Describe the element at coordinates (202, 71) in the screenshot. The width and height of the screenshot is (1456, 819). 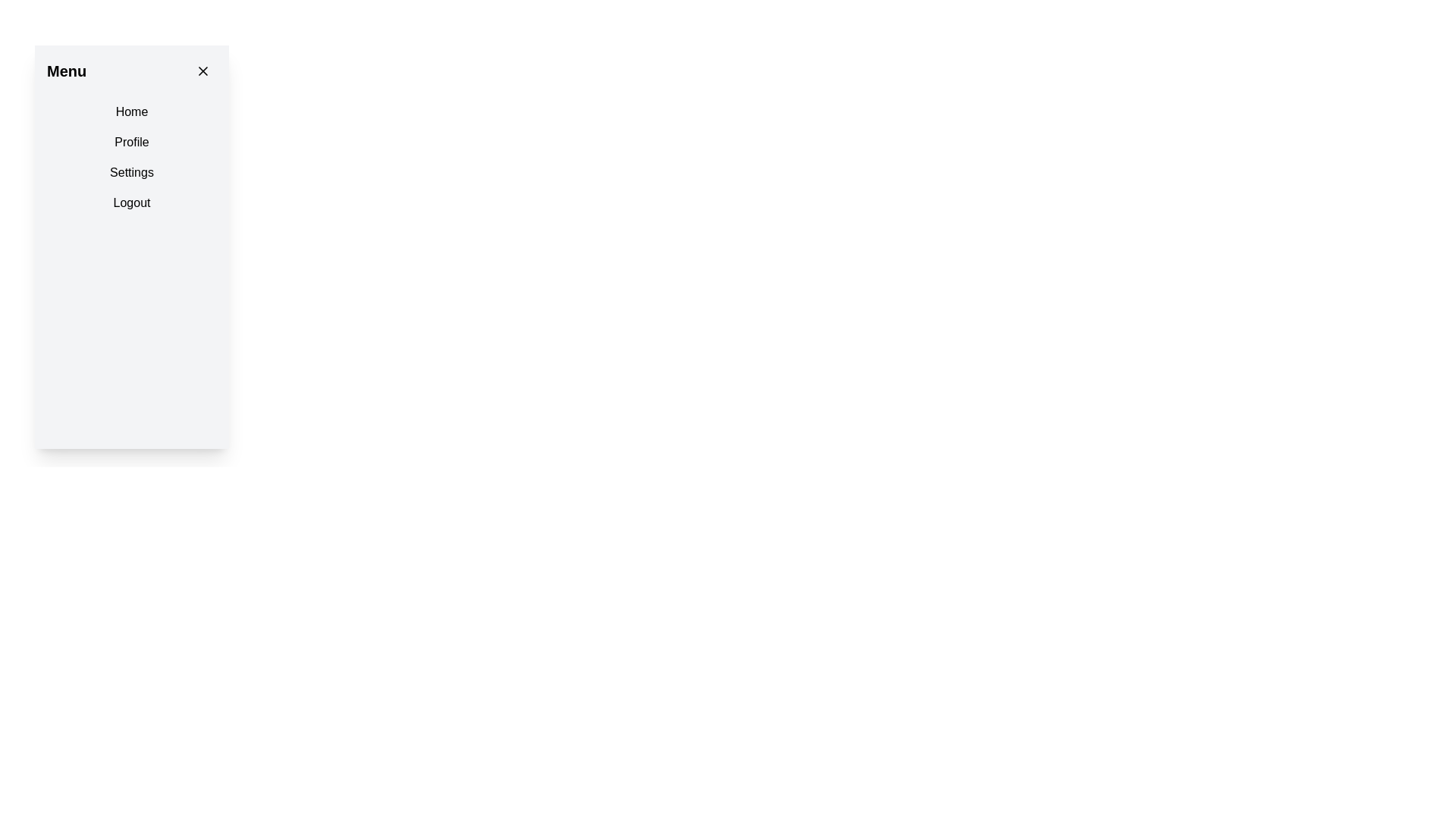
I see `the Close button icon located in the top-right corner of the menu panel, which is represented by an 'X' icon used to dismiss the menu or dialog` at that location.